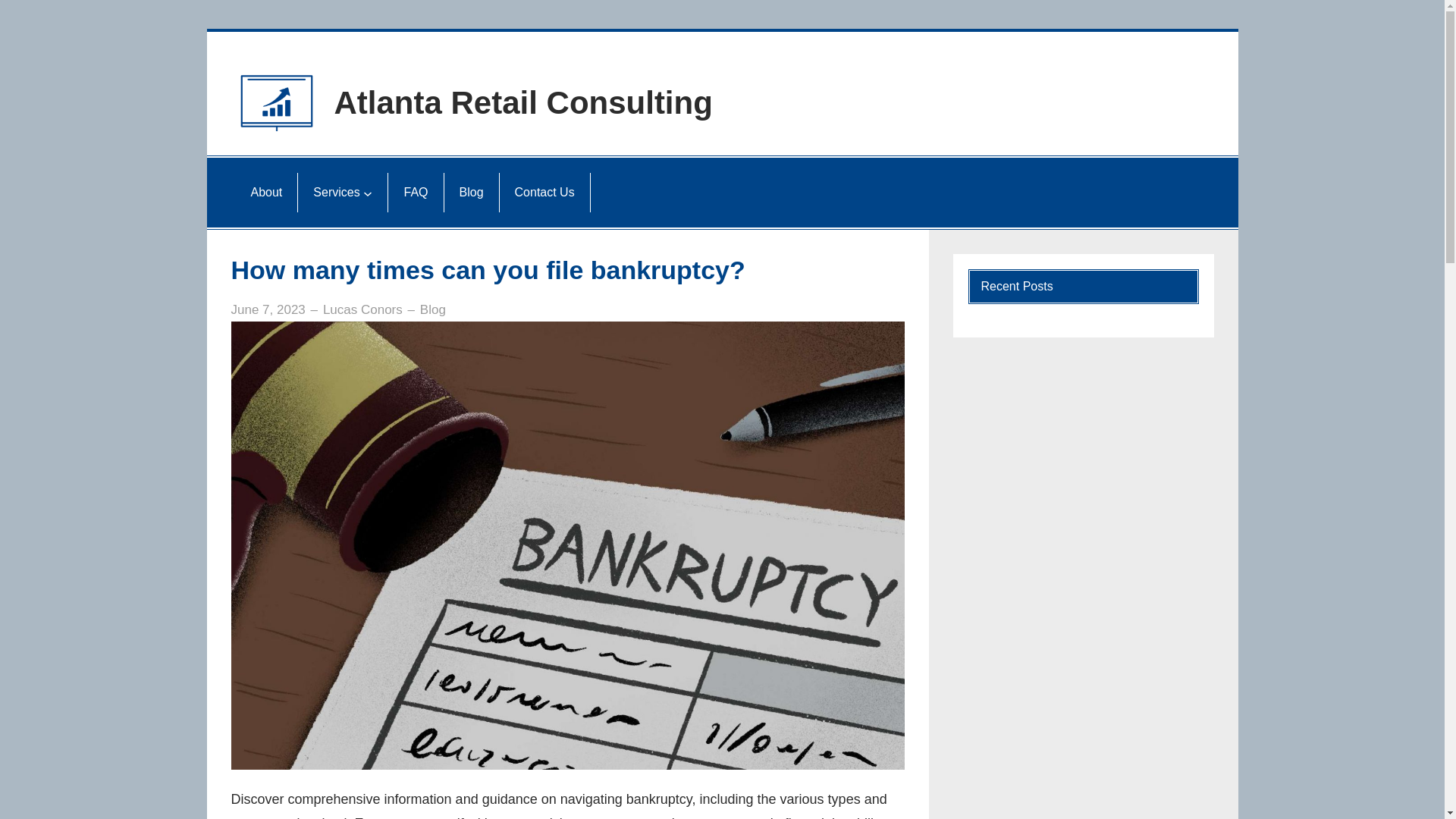  What do you see at coordinates (268, 309) in the screenshot?
I see `'June 7, 2023'` at bounding box center [268, 309].